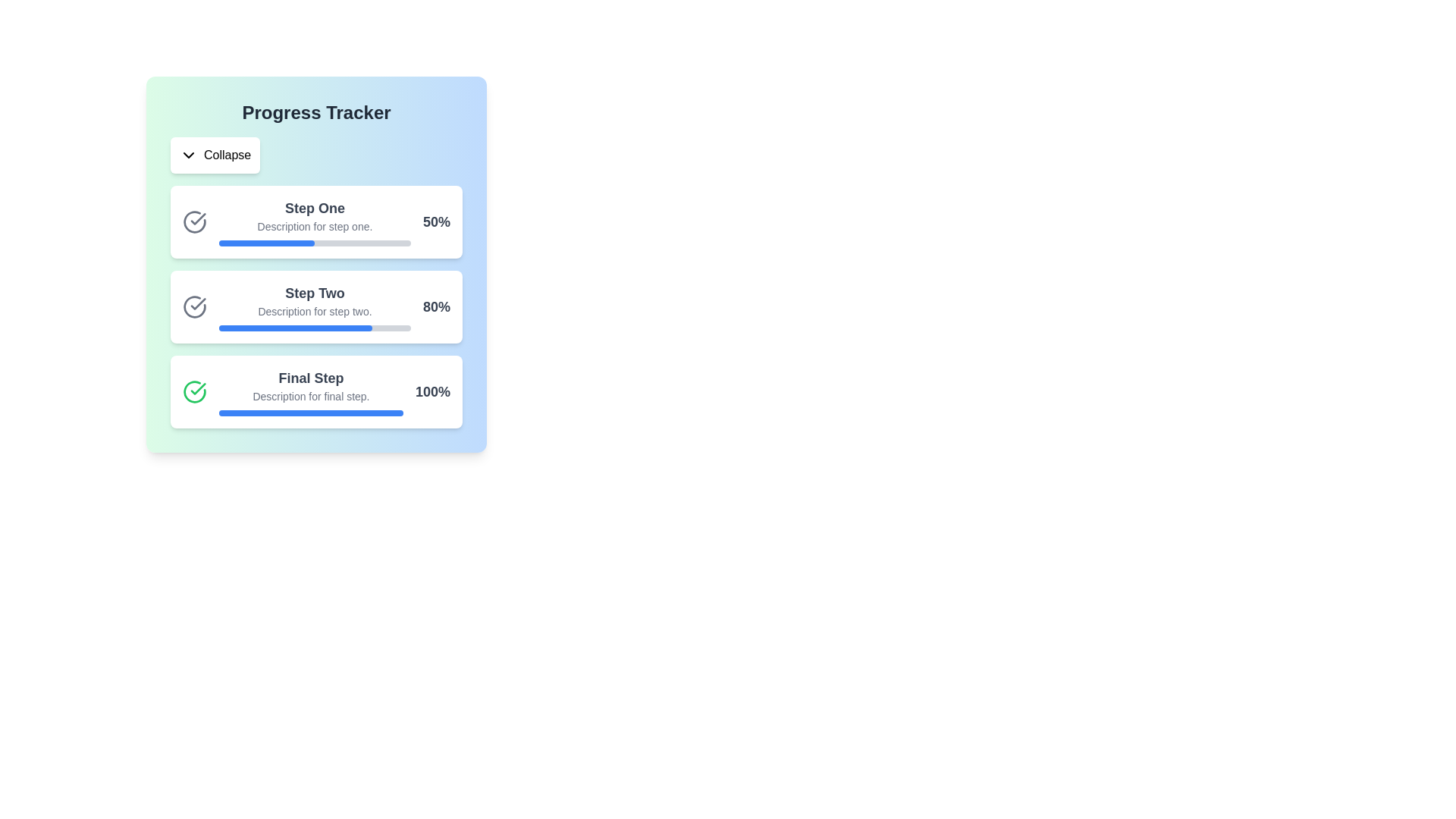 The image size is (1456, 819). What do you see at coordinates (194, 222) in the screenshot?
I see `the circular icon with a checkmark symbol inside, styled with a gray stroke, located to the left of the 'Step One' description in the 'Progress Tracker' interface` at bounding box center [194, 222].